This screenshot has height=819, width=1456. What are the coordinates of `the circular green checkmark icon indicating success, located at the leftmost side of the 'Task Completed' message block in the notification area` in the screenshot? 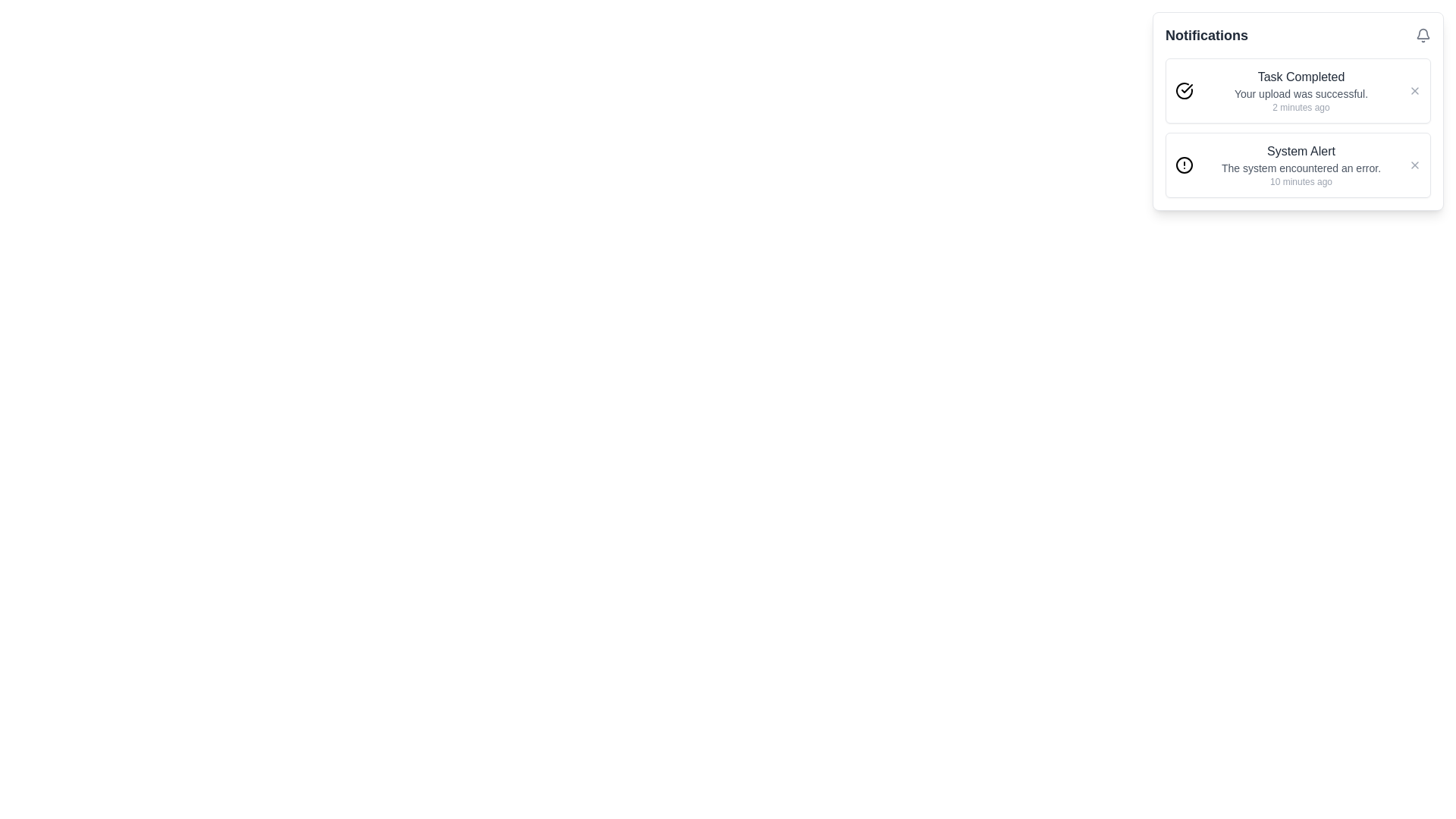 It's located at (1183, 90).